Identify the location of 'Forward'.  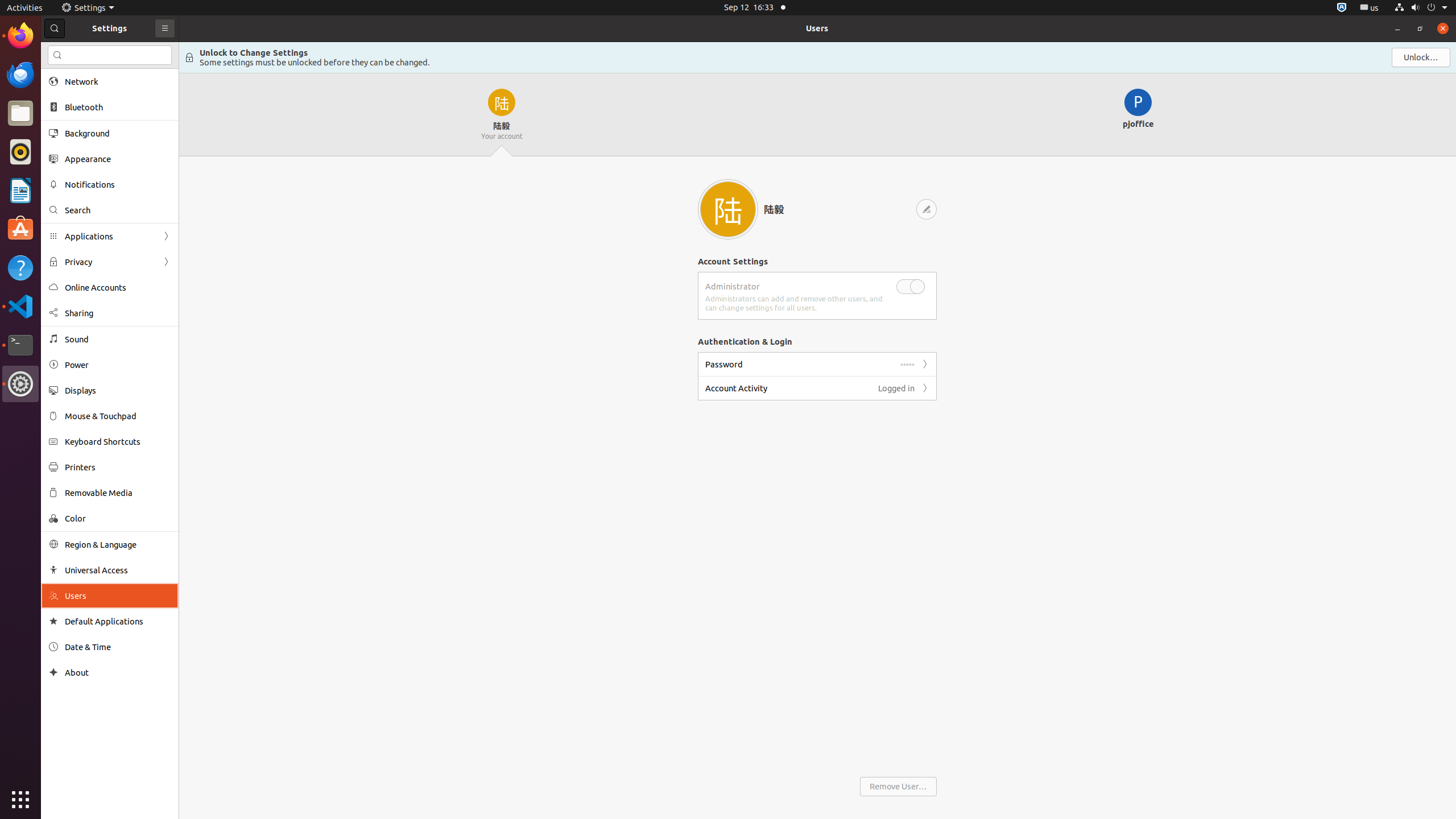
(925, 387).